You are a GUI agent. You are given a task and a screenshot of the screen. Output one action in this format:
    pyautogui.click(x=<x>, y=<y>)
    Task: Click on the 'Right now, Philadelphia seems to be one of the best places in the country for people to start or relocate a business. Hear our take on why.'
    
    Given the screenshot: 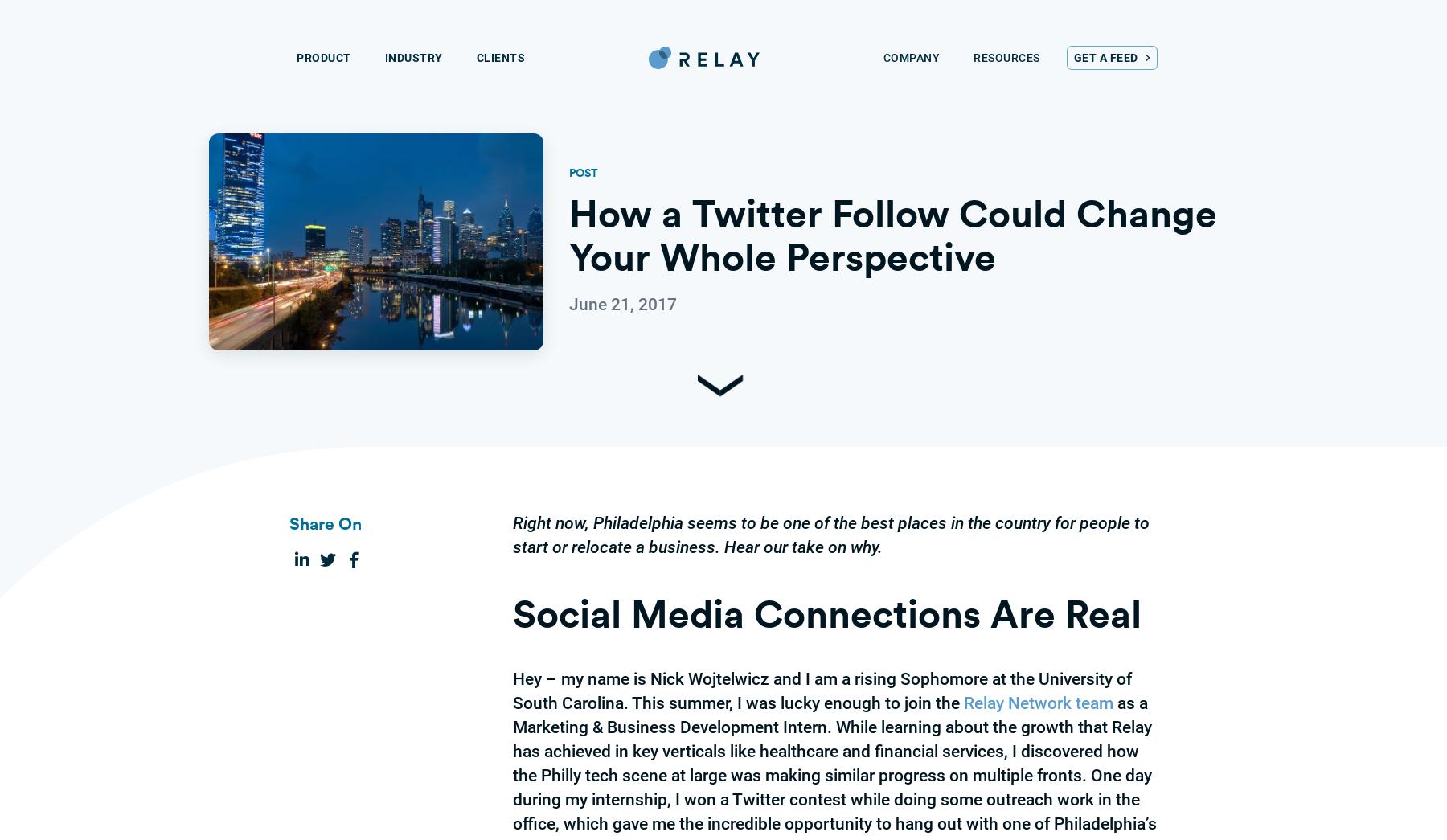 What is the action you would take?
    pyautogui.click(x=512, y=535)
    